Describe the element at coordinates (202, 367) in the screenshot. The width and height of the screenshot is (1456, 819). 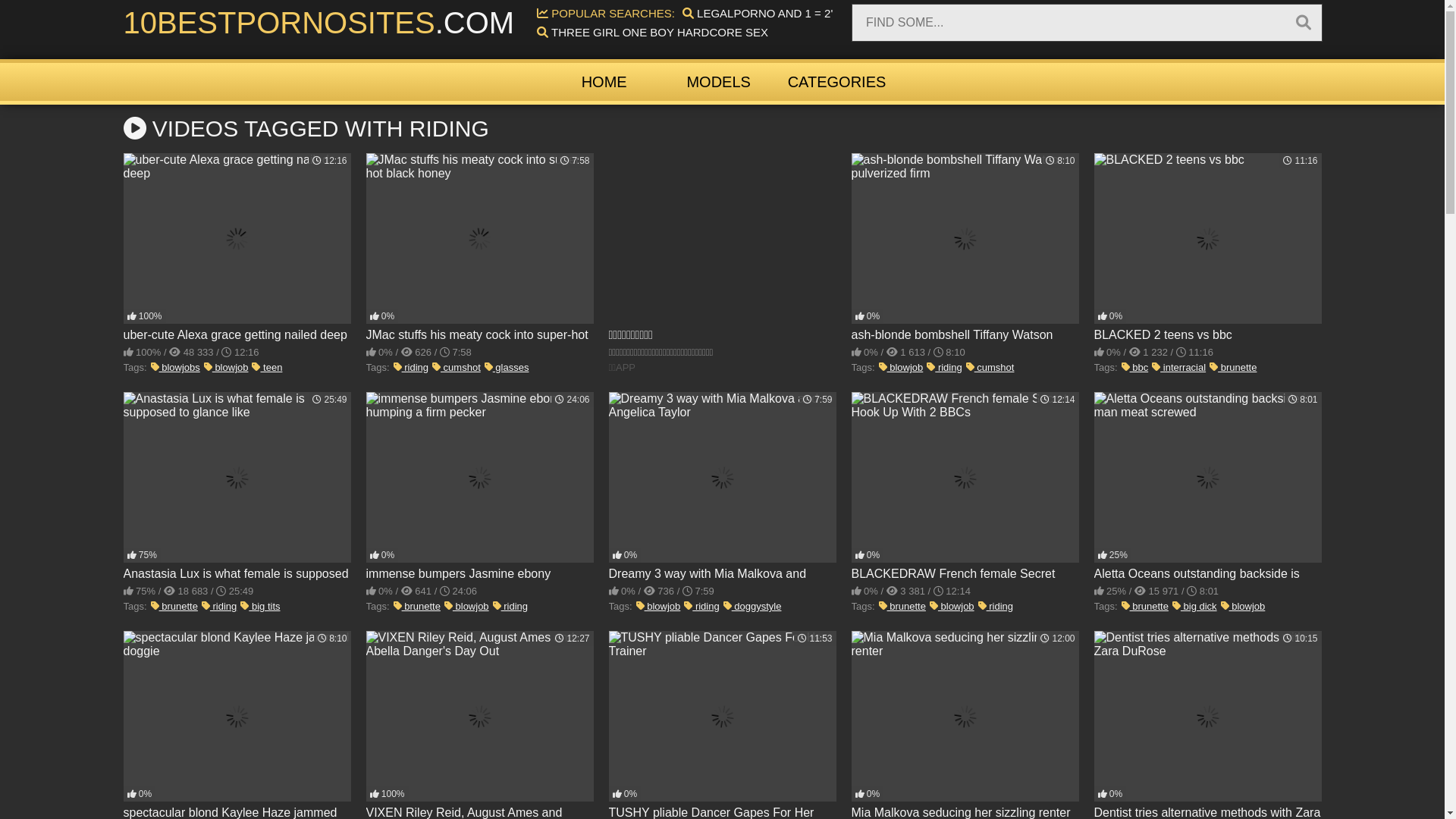
I see `'blowjob'` at that location.